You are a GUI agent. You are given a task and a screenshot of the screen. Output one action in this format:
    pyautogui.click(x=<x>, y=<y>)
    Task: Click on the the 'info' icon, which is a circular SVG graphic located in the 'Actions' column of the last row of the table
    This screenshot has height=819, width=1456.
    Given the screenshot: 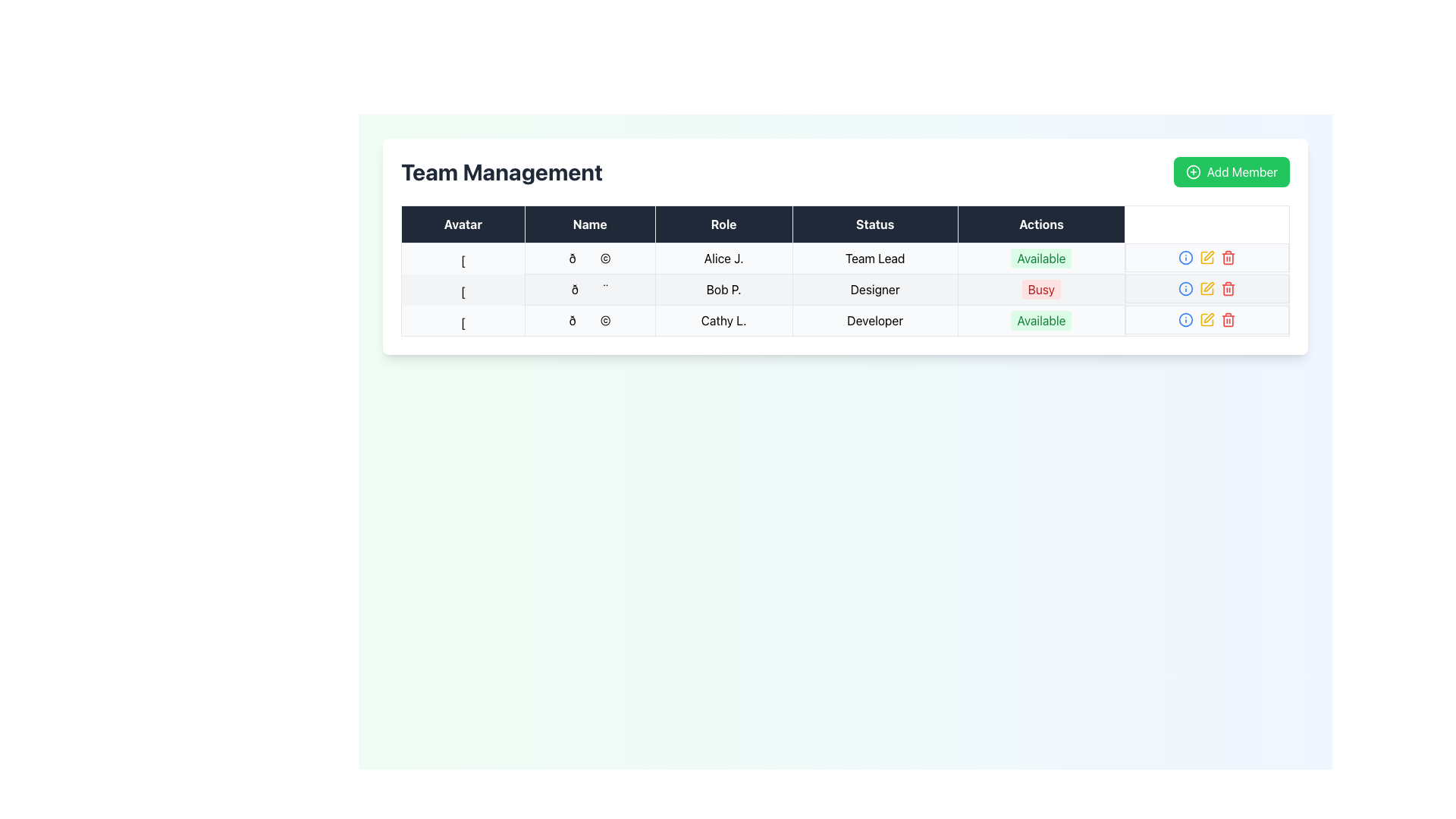 What is the action you would take?
    pyautogui.click(x=1185, y=318)
    